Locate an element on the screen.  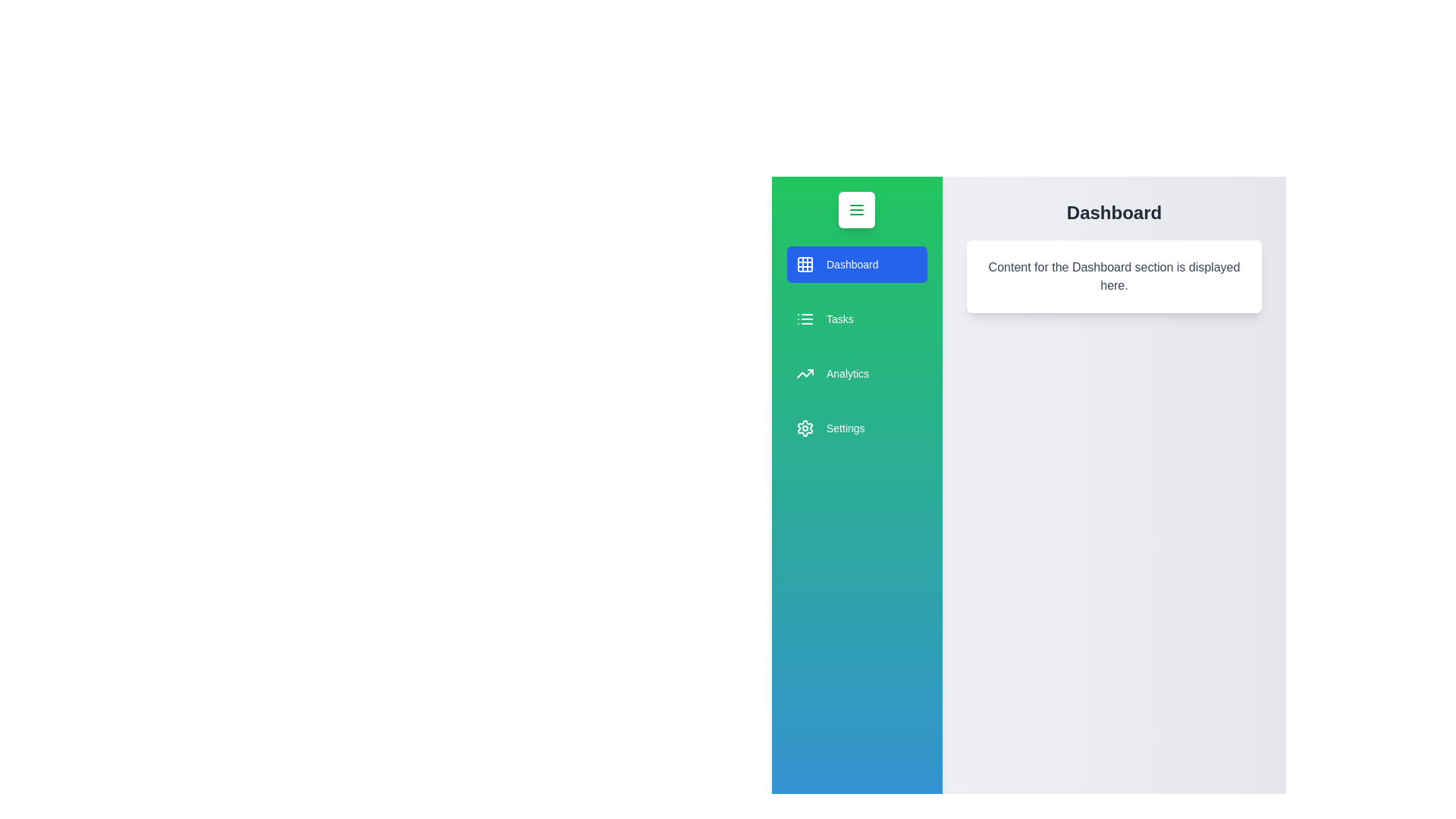
the Analytics tab is located at coordinates (856, 374).